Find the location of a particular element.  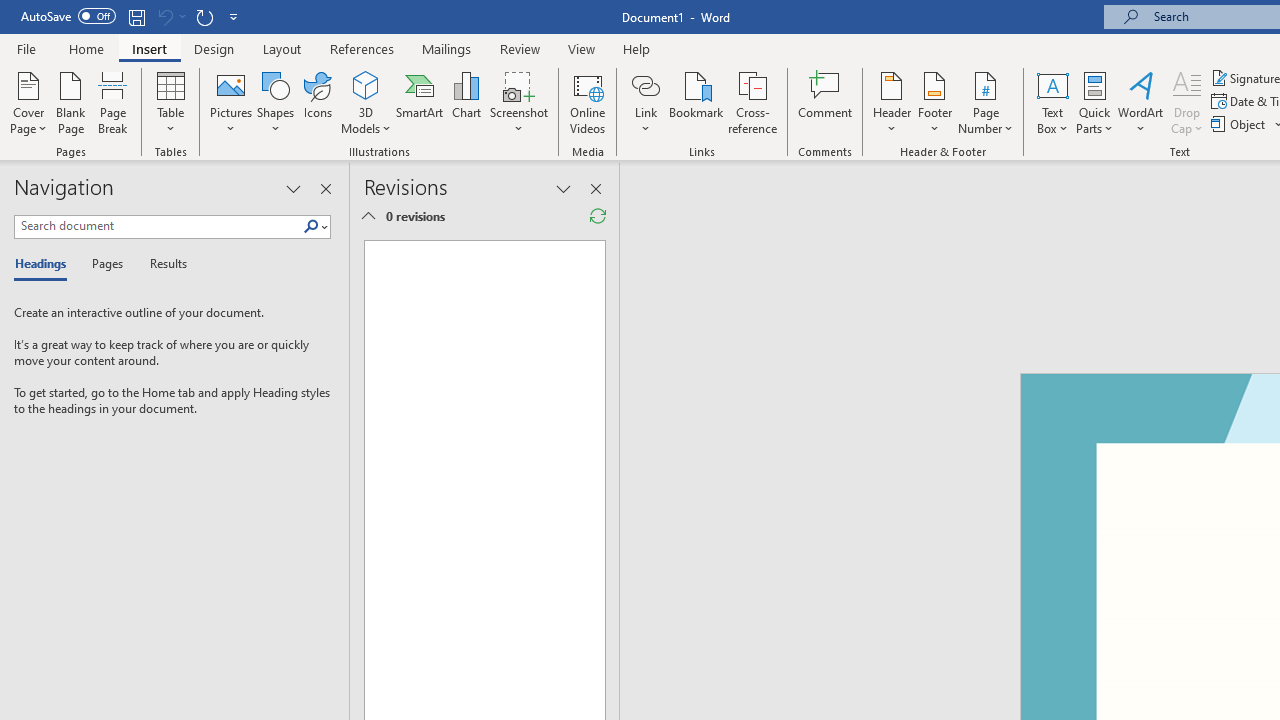

'Cover Page' is located at coordinates (28, 103).